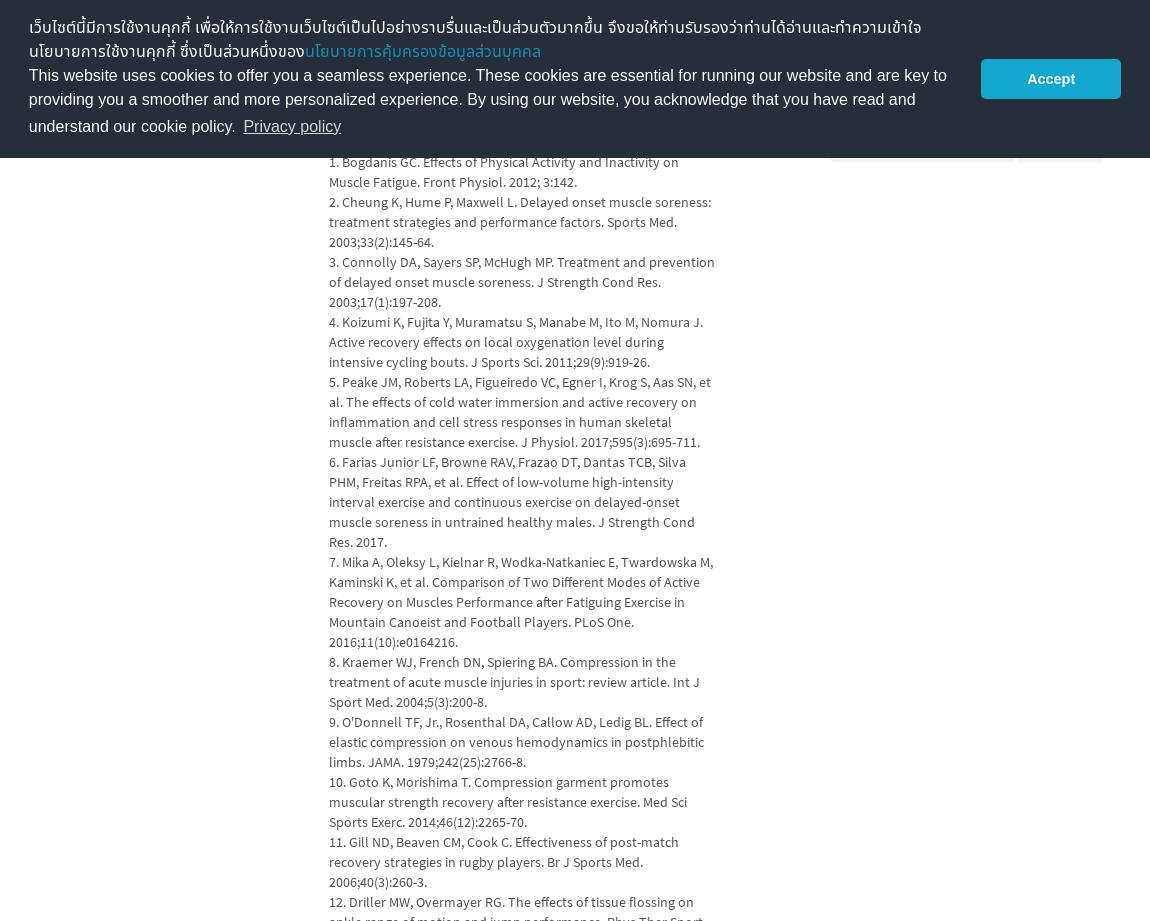  What do you see at coordinates (513, 682) in the screenshot?
I see `'8. Kraemer WJ, French DN, Spiering BA. Compression in the treatment of acute muscle injuries in sport: review article. Int J Sport Med. 2004;5(3):200-8.'` at bounding box center [513, 682].